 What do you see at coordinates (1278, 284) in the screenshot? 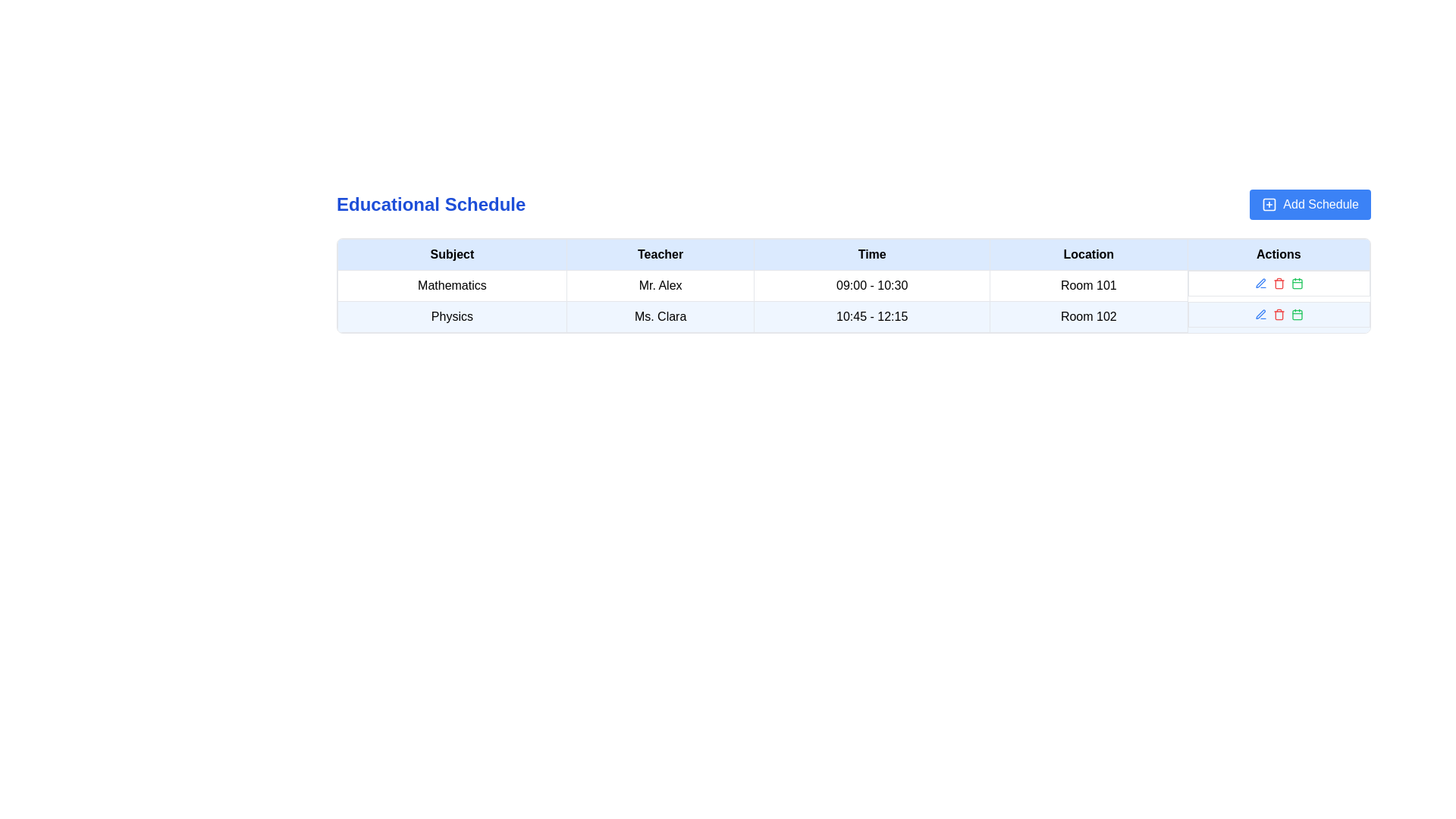
I see `the red trash can icon button in the 'Actions' column of the Mathematics table row to trigger a tooltip or style change` at bounding box center [1278, 284].